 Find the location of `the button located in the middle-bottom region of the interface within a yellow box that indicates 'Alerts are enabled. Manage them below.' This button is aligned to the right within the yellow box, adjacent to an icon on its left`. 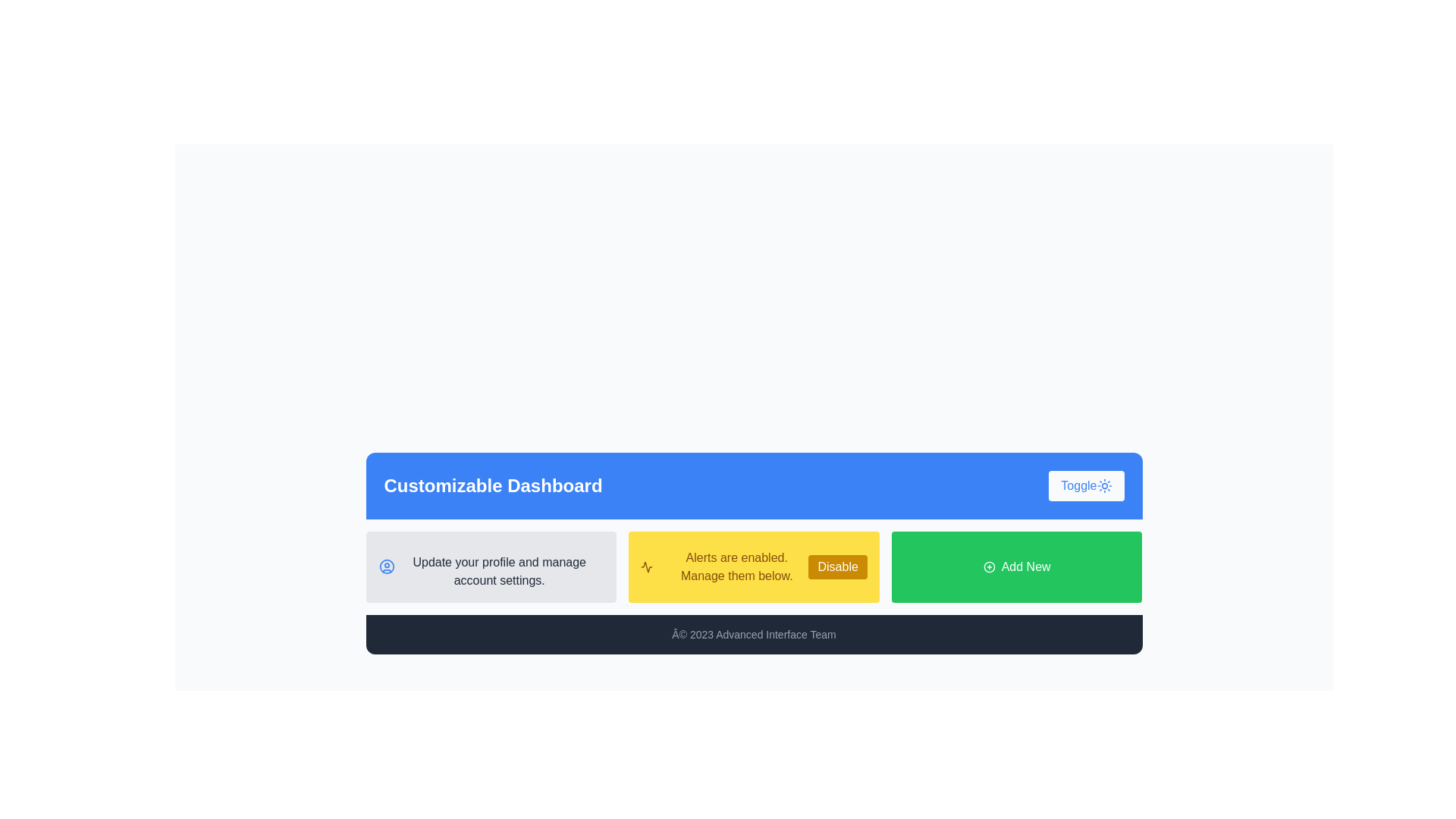

the button located in the middle-bottom region of the interface within a yellow box that indicates 'Alerts are enabled. Manage them below.' This button is aligned to the right within the yellow box, adjacent to an icon on its left is located at coordinates (837, 567).